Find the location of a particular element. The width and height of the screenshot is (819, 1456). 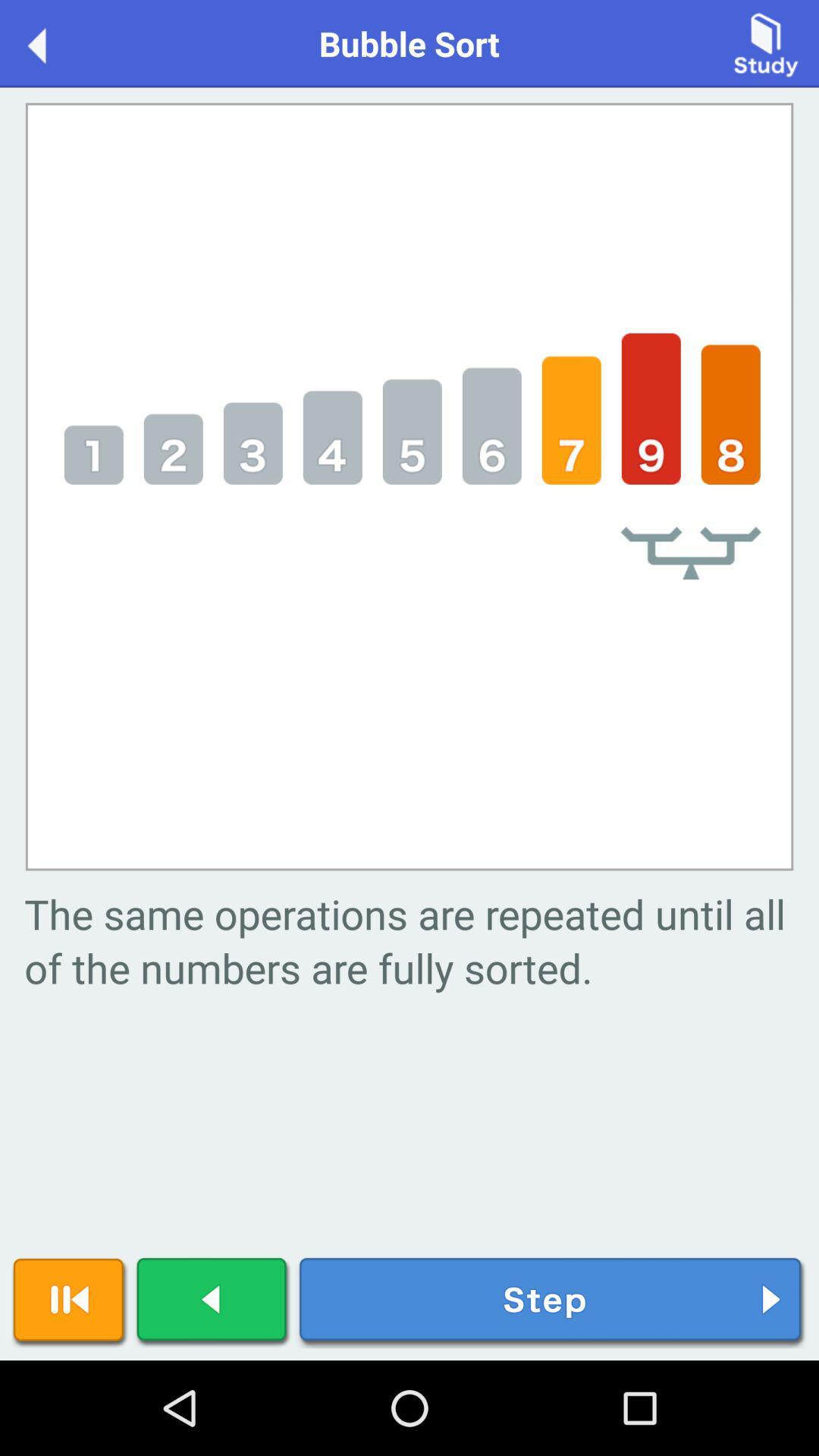

back to previous menu is located at coordinates (52, 42).